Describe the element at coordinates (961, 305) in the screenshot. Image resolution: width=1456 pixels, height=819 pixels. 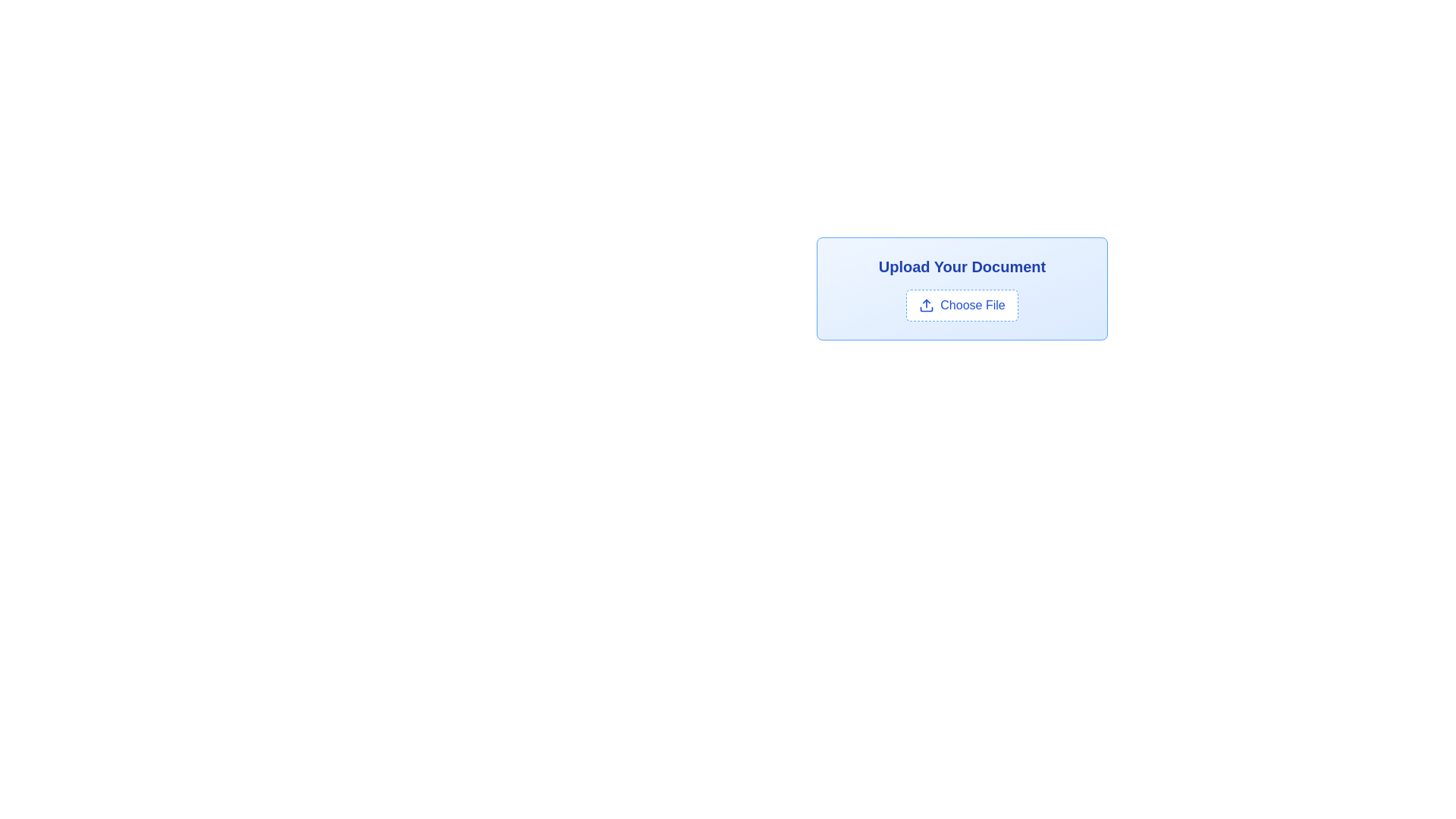
I see `the 'Choose File' button` at that location.